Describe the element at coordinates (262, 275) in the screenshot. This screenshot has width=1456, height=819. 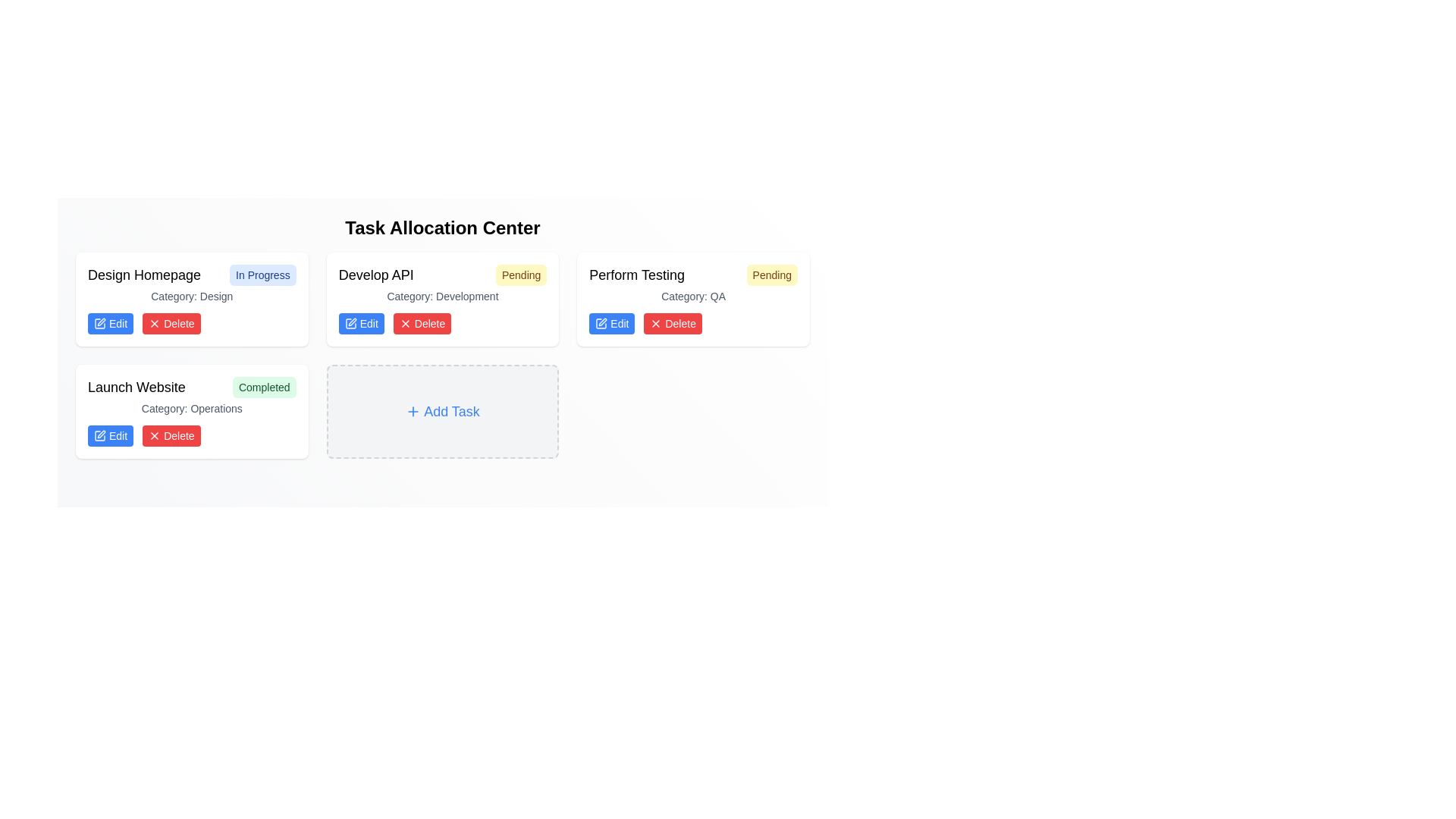
I see `the status indicator displaying 'In Progress' located in the top-right corner of the 'Design Homepage' card` at that location.